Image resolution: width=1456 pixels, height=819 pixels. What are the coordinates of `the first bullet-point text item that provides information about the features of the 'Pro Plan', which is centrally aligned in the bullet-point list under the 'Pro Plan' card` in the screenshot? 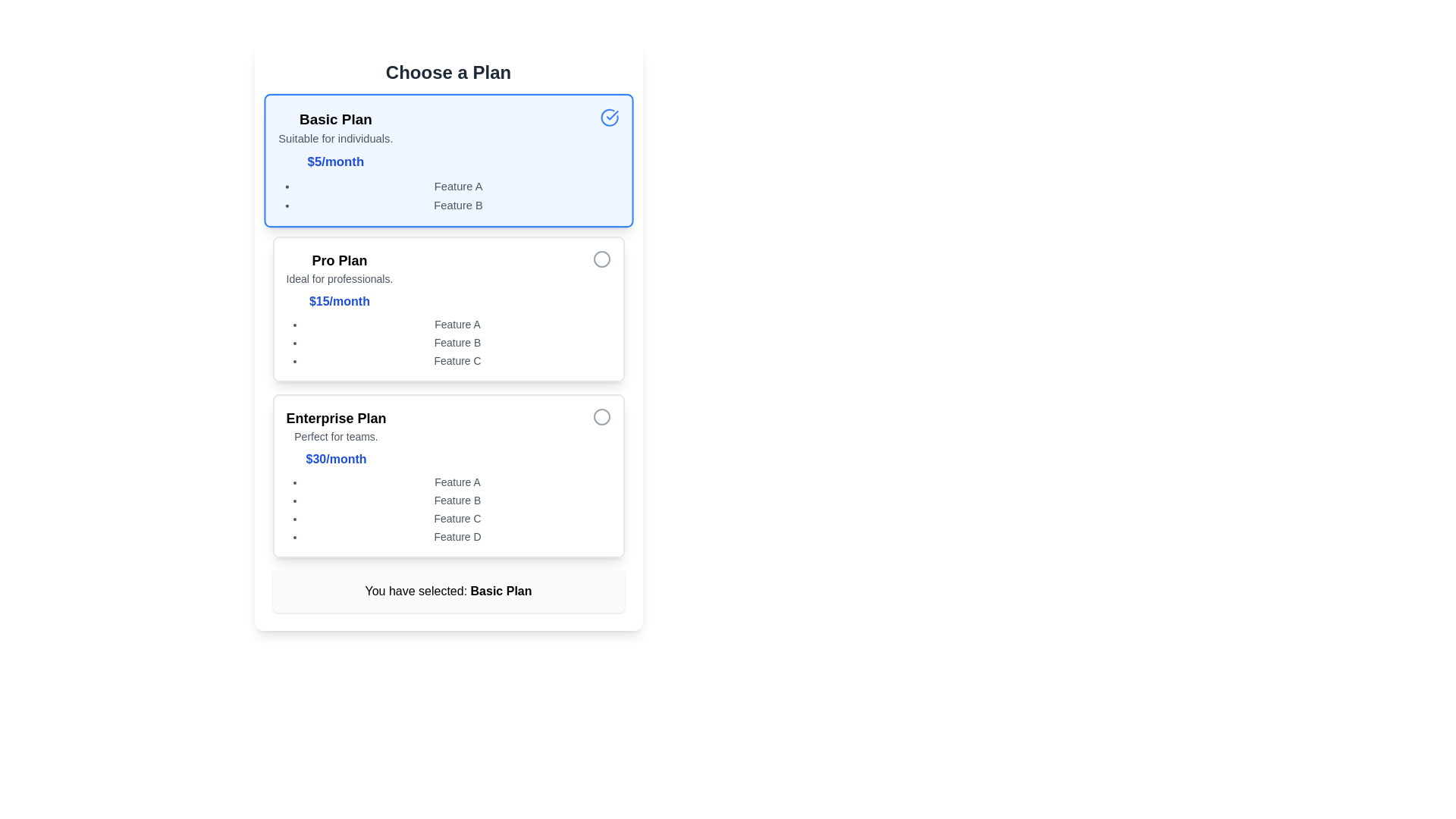 It's located at (457, 324).